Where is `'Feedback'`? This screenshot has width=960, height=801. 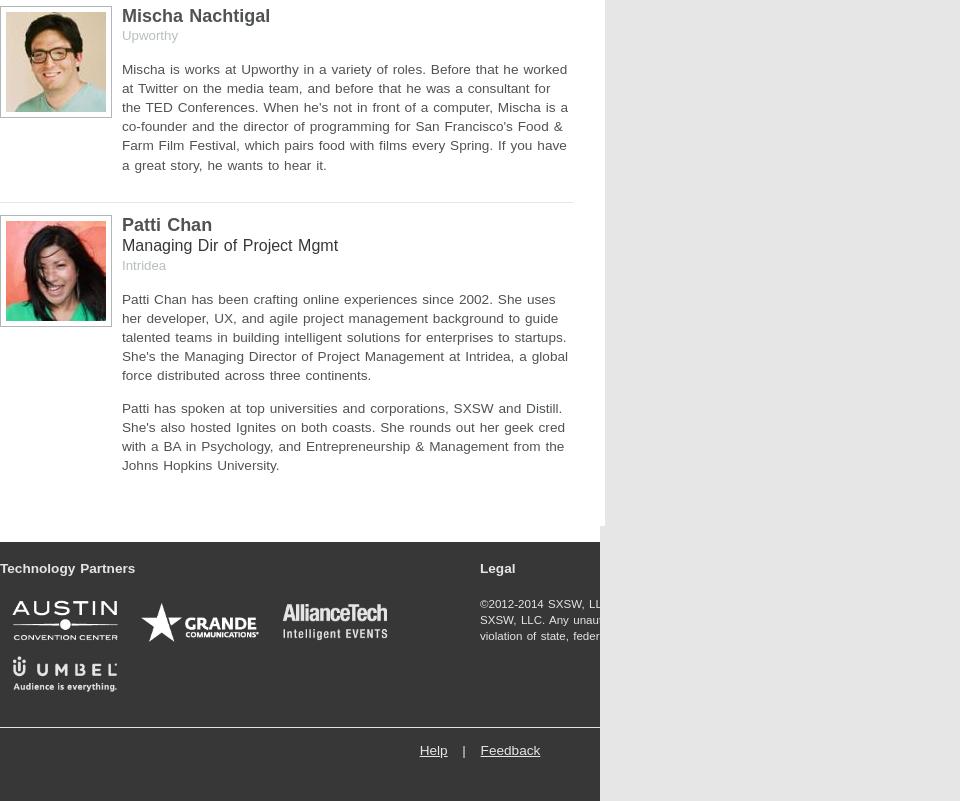
'Feedback' is located at coordinates (508, 750).